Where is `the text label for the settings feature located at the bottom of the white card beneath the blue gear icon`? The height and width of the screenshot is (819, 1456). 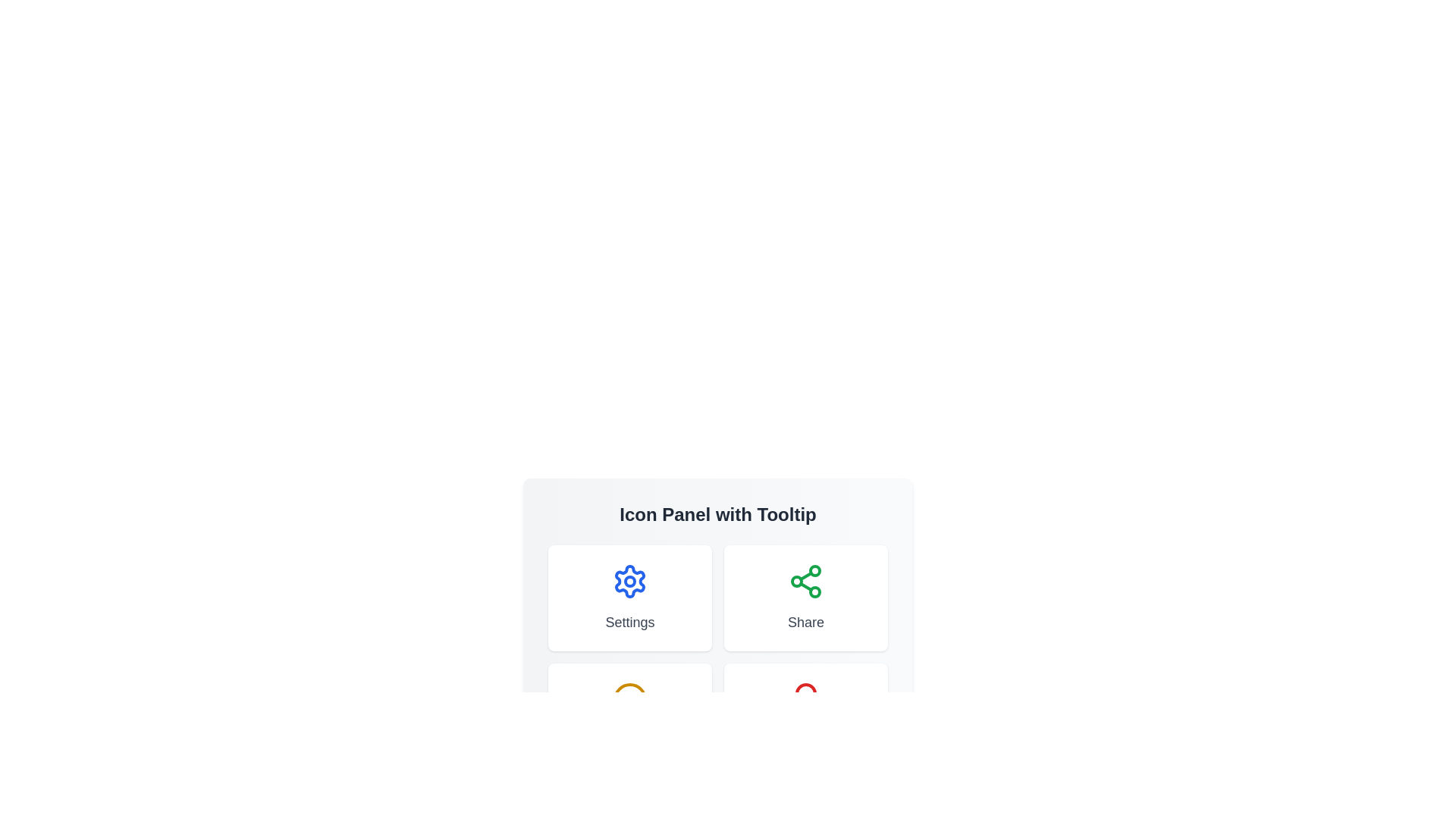
the text label for the settings feature located at the bottom of the white card beneath the blue gear icon is located at coordinates (629, 623).